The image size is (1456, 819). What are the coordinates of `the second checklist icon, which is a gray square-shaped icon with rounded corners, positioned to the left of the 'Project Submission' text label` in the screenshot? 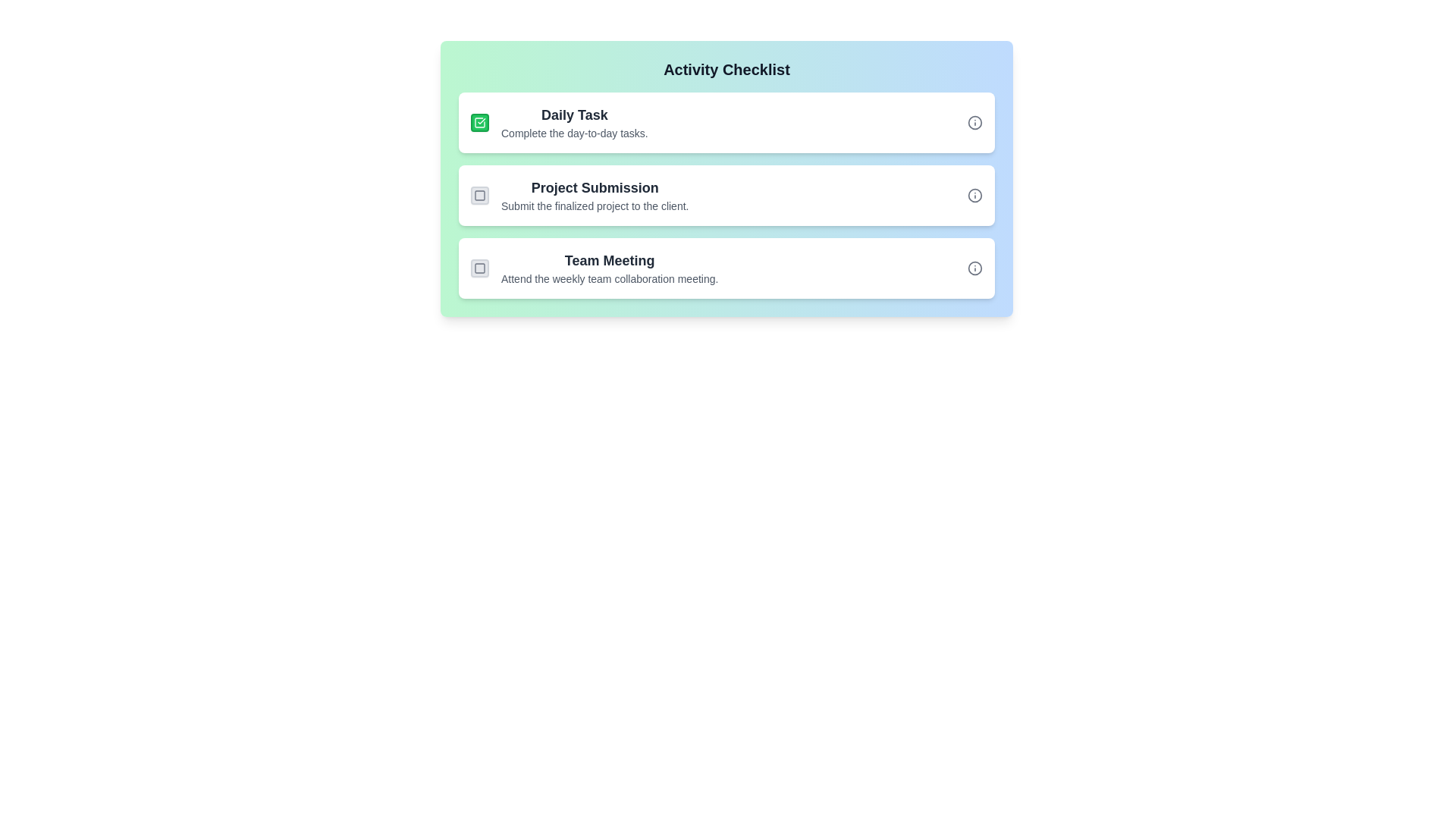 It's located at (479, 195).